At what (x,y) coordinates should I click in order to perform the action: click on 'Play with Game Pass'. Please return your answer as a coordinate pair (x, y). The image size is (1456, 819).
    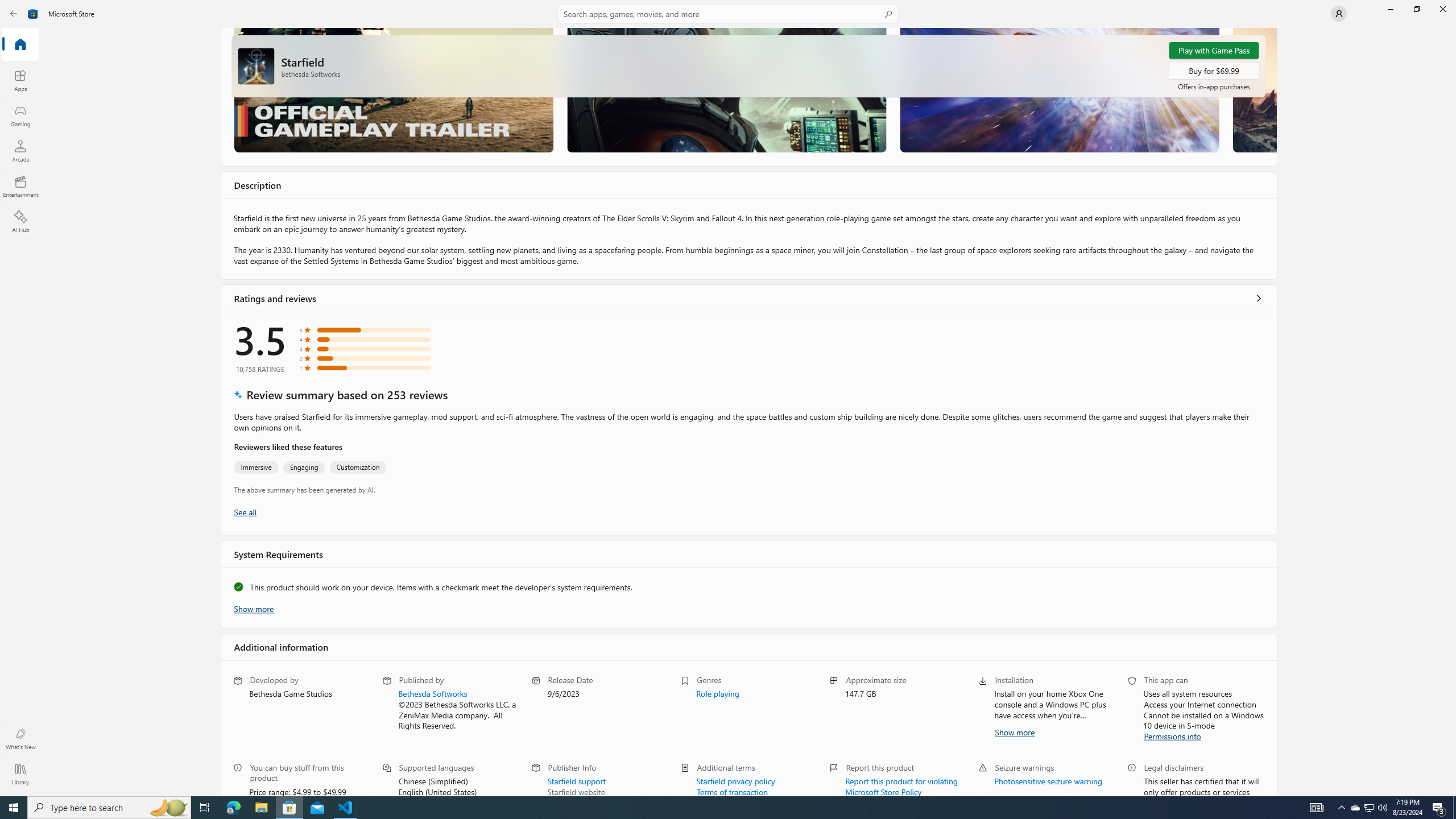
    Looking at the image, I should click on (1213, 50).